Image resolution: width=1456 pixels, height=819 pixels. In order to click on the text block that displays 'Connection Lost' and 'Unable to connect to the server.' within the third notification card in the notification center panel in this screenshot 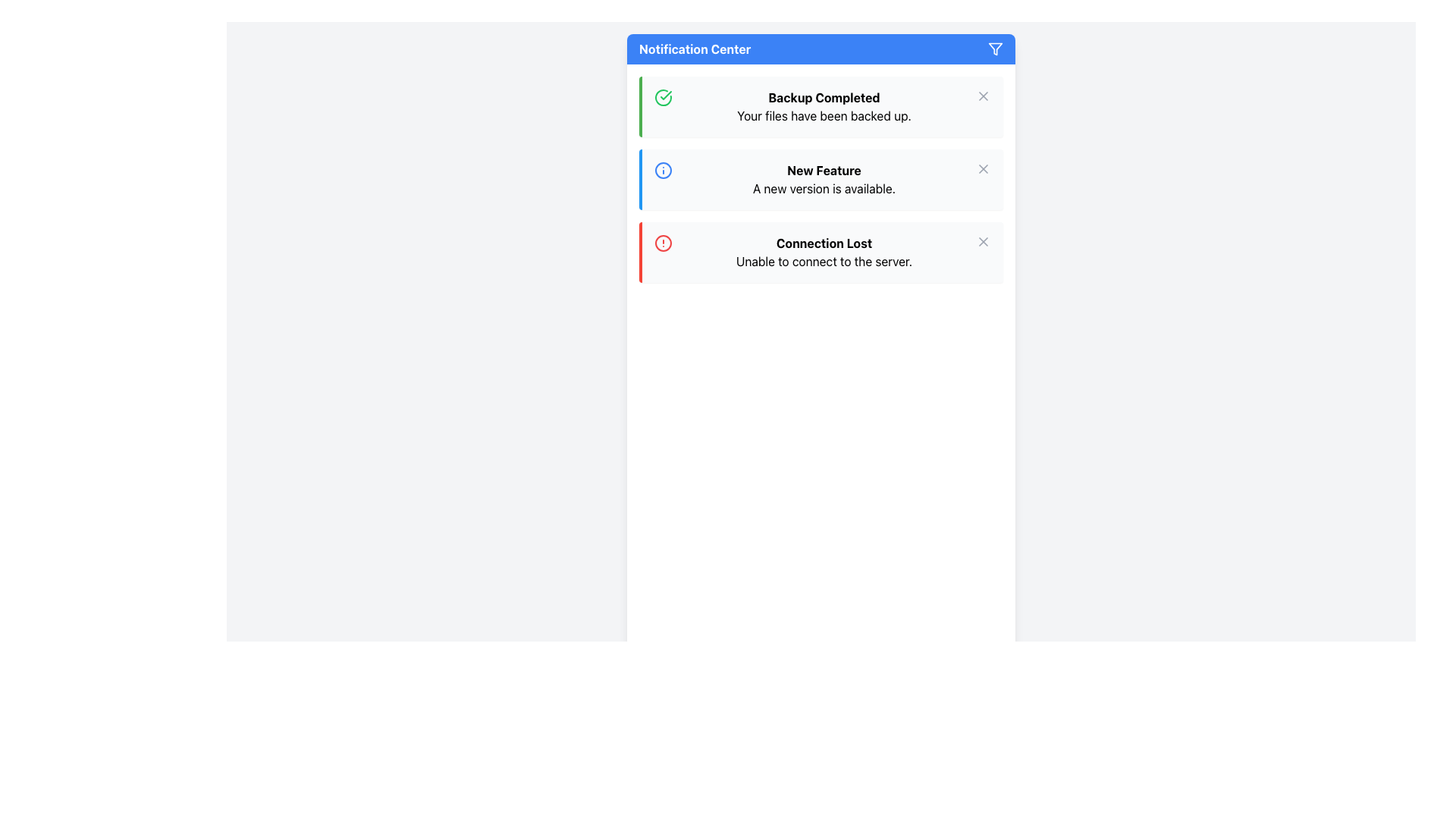, I will do `click(823, 251)`.